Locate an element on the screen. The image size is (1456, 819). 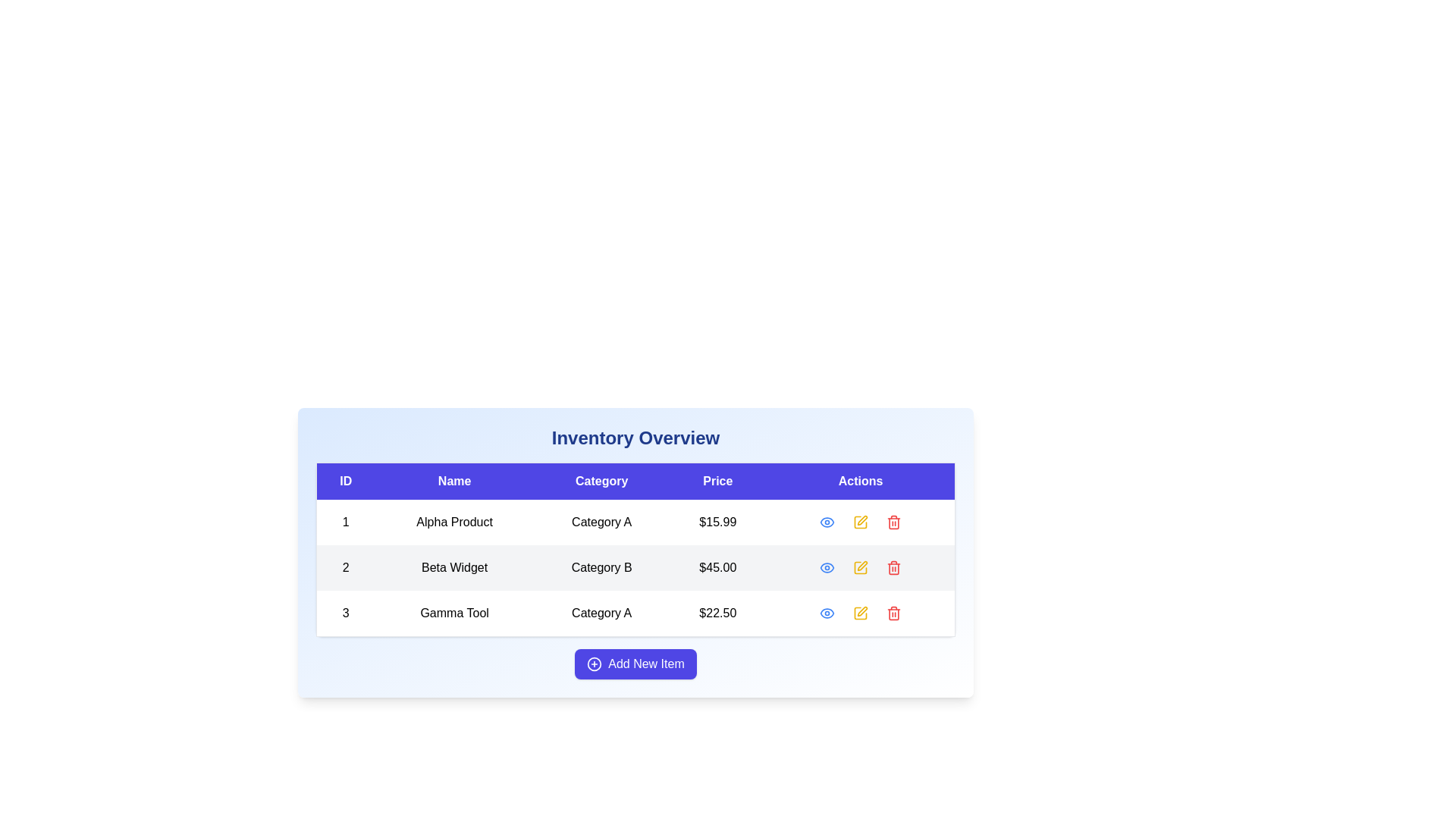
the yellow pencil icon button, which is the second button in the action row for the 'Beta Widget' is located at coordinates (861, 567).